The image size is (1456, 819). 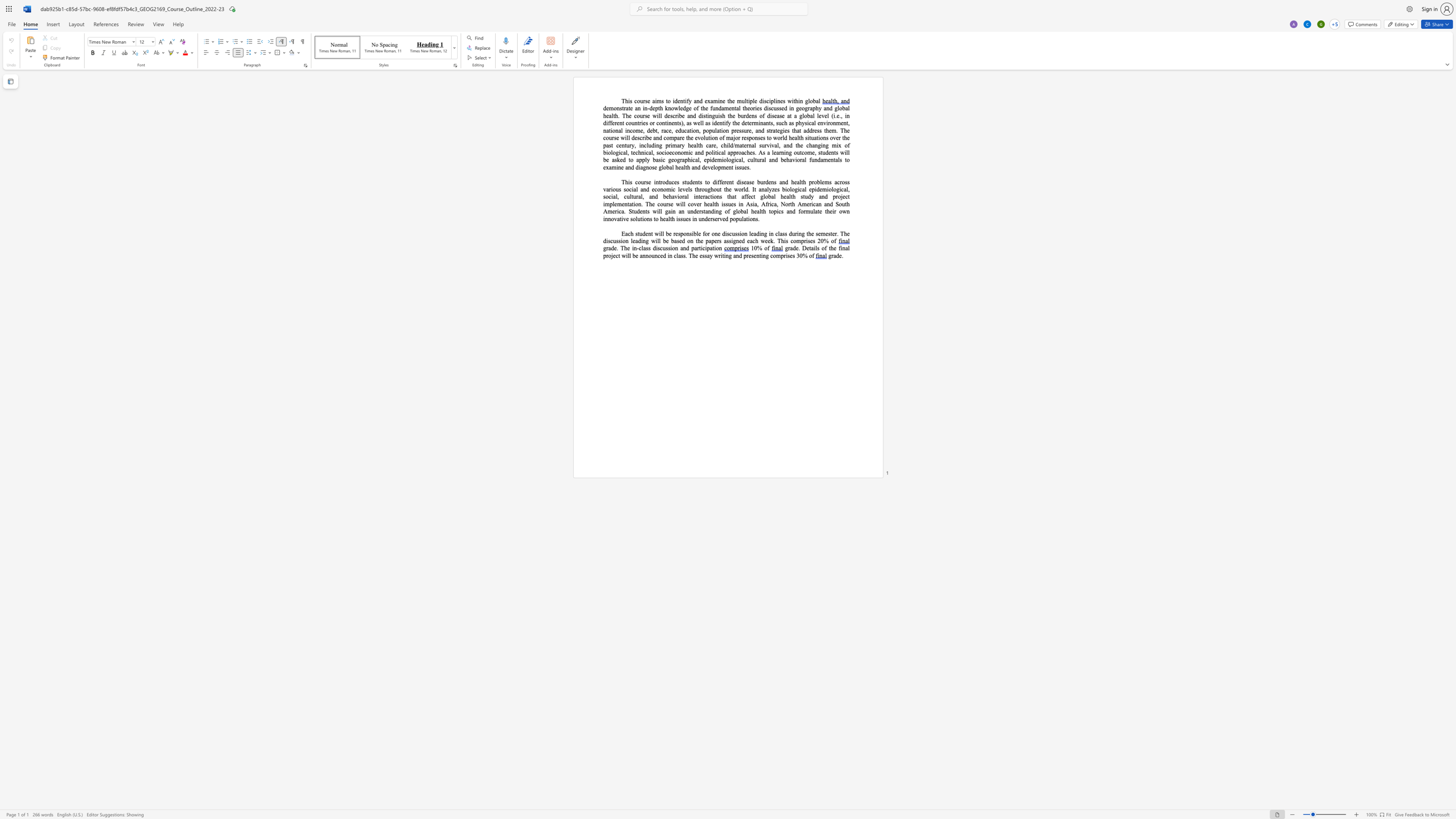 What do you see at coordinates (686, 167) in the screenshot?
I see `the 3th character "t" in the text` at bounding box center [686, 167].